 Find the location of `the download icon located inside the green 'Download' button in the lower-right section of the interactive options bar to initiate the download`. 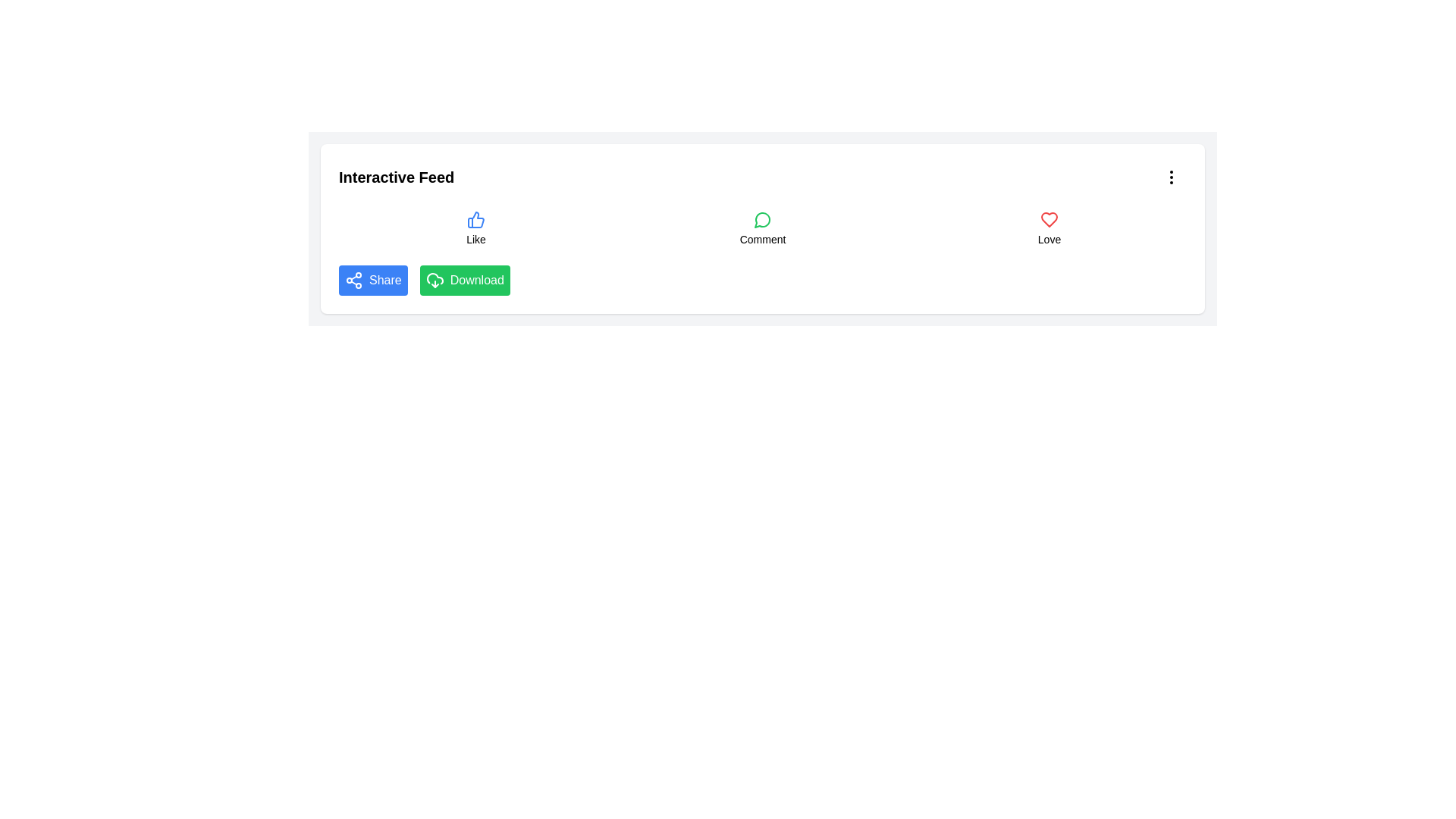

the download icon located inside the green 'Download' button in the lower-right section of the interactive options bar to initiate the download is located at coordinates (434, 281).